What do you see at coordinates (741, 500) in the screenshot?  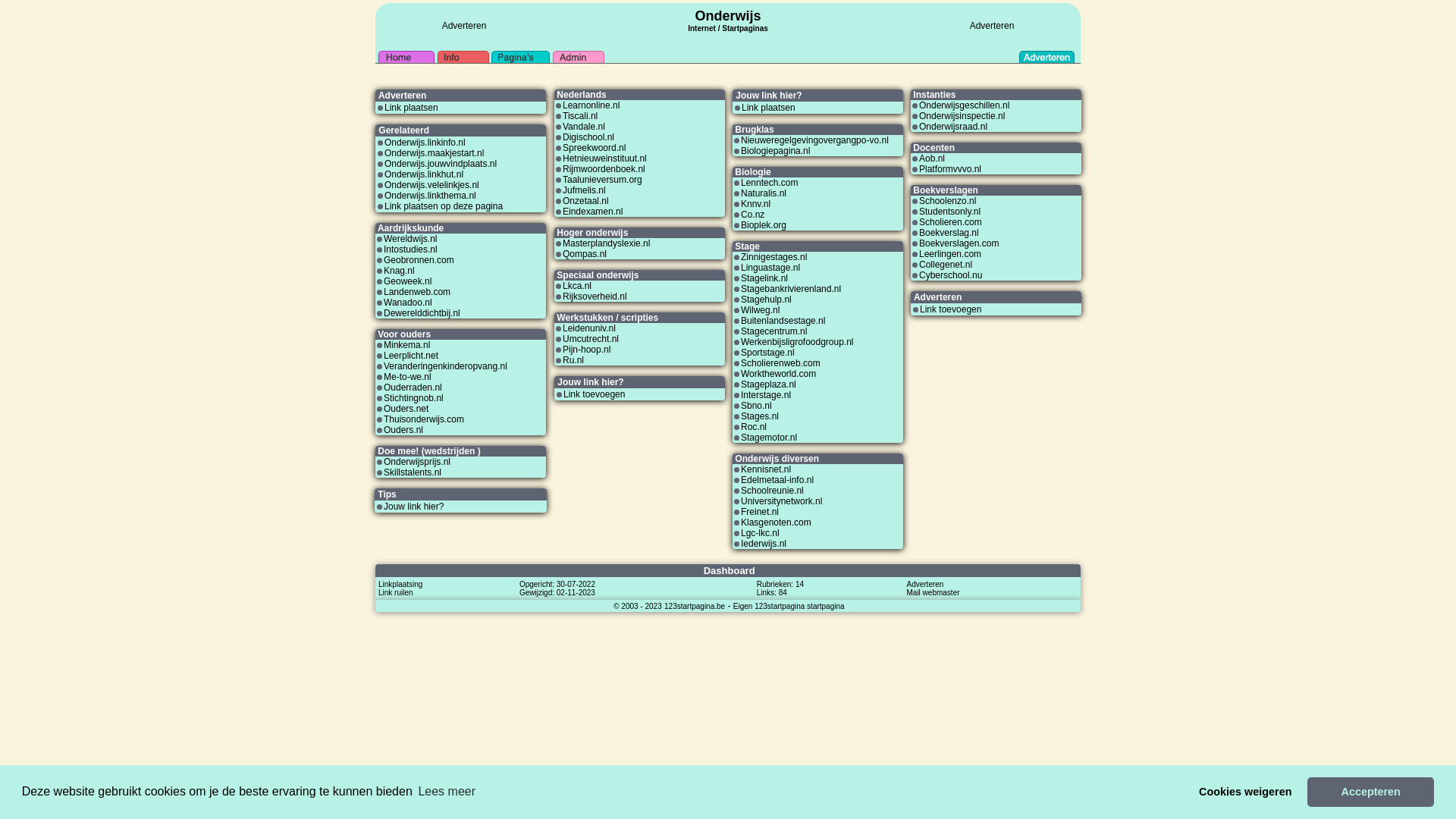 I see `'Universitynetwork.nl'` at bounding box center [741, 500].